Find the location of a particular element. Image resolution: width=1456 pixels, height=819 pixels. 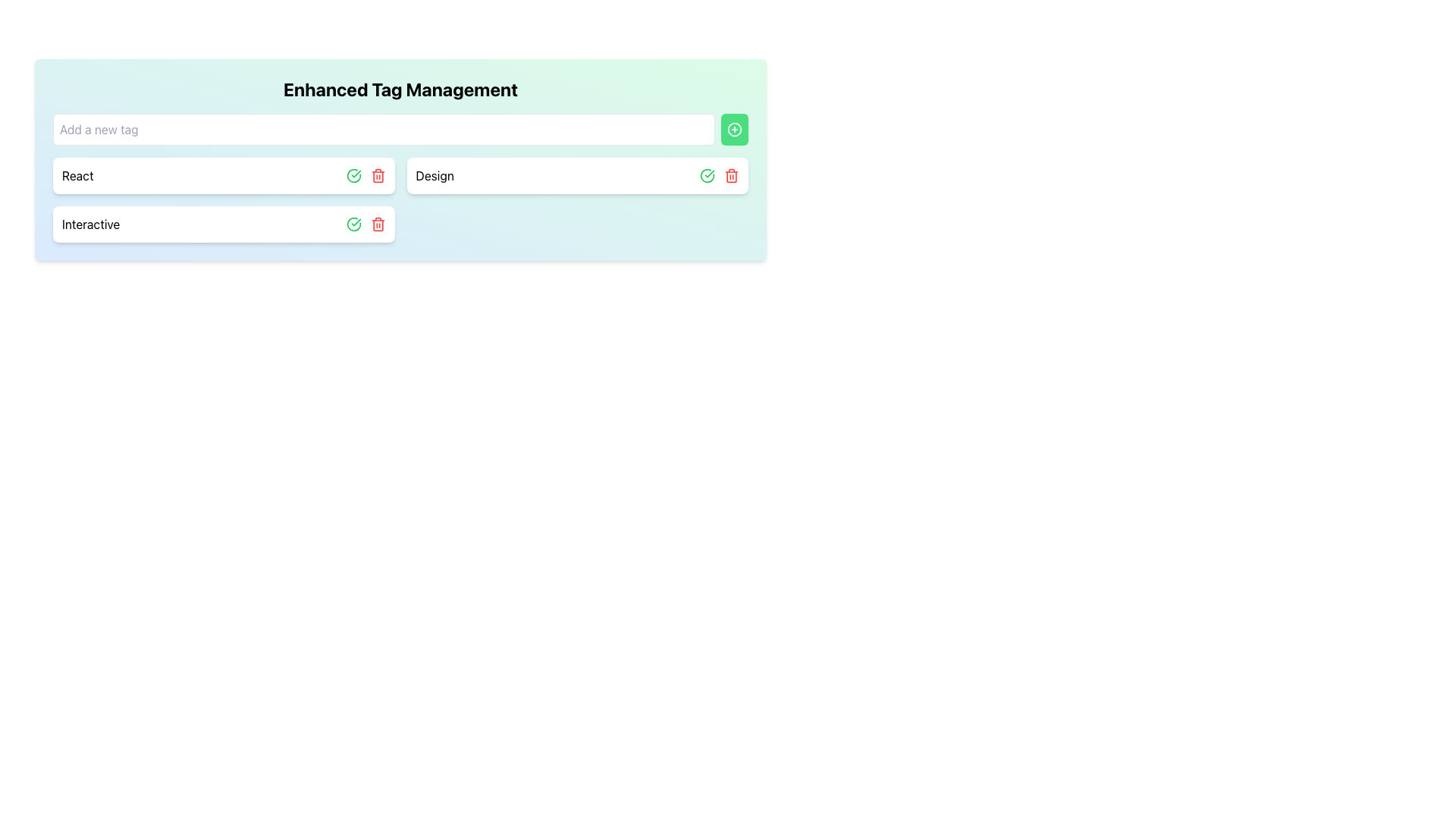

the circular check icon with a green outline located next to the 'React' text in the 'Enhanced Tag Management' UI is located at coordinates (353, 174).